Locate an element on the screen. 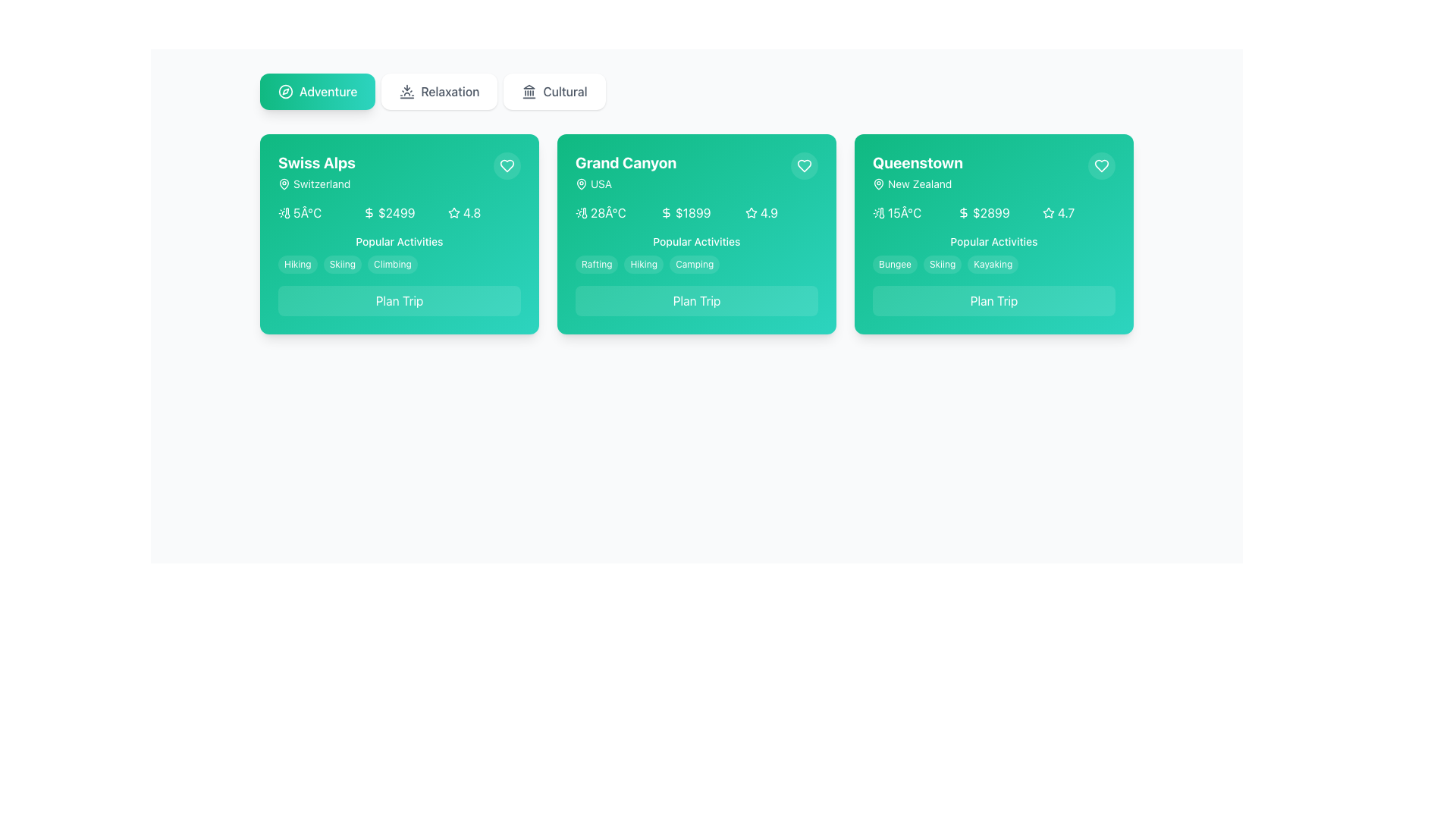 The width and height of the screenshot is (1456, 819). text indicating the country location associated with the 'Queenstown' destination card, which is located beneath the 'Queenstown' heading in the rightmost travel card is located at coordinates (919, 184).